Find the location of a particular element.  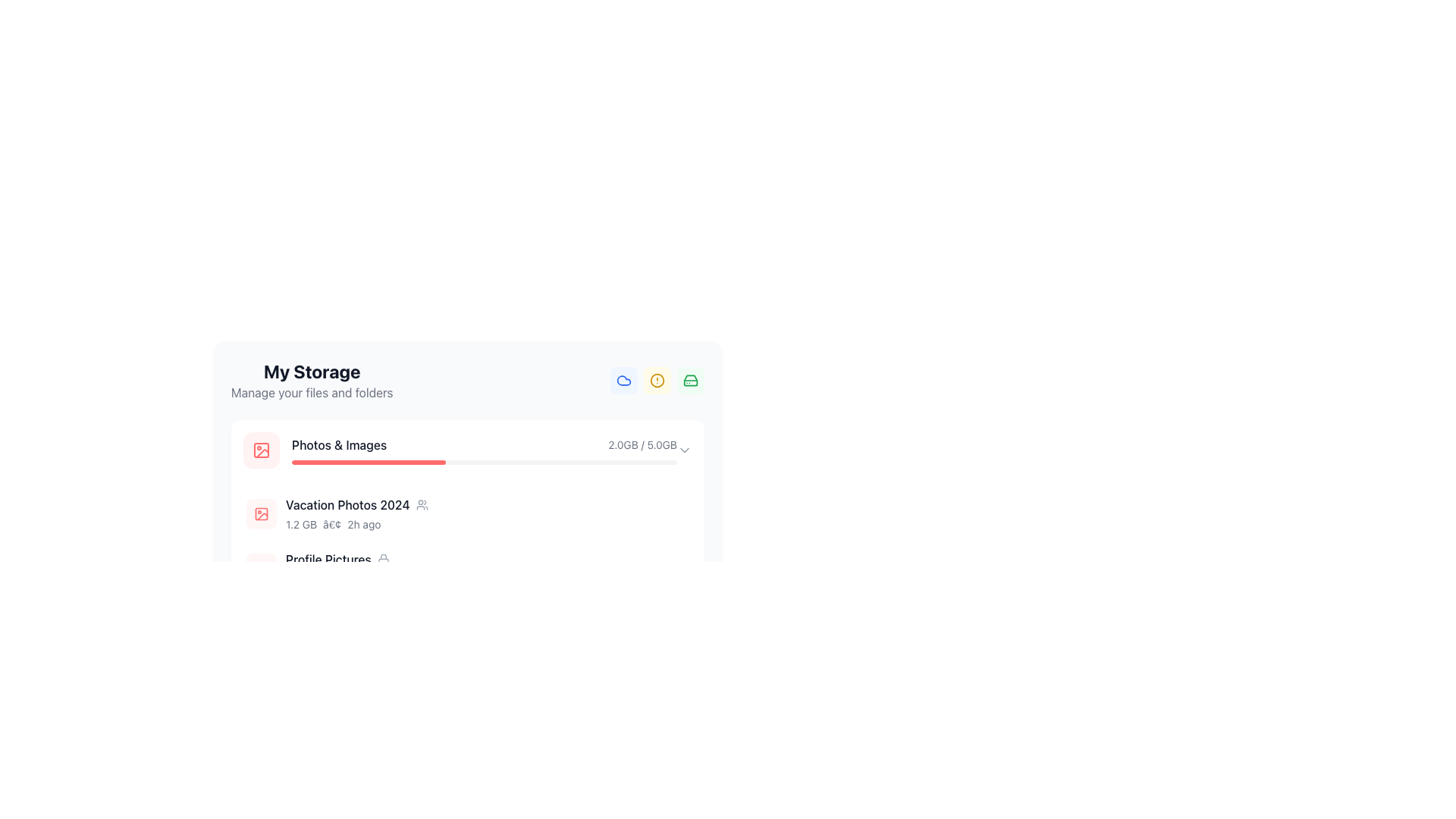

the Progress bar for 'Photos & Images' is located at coordinates (459, 450).